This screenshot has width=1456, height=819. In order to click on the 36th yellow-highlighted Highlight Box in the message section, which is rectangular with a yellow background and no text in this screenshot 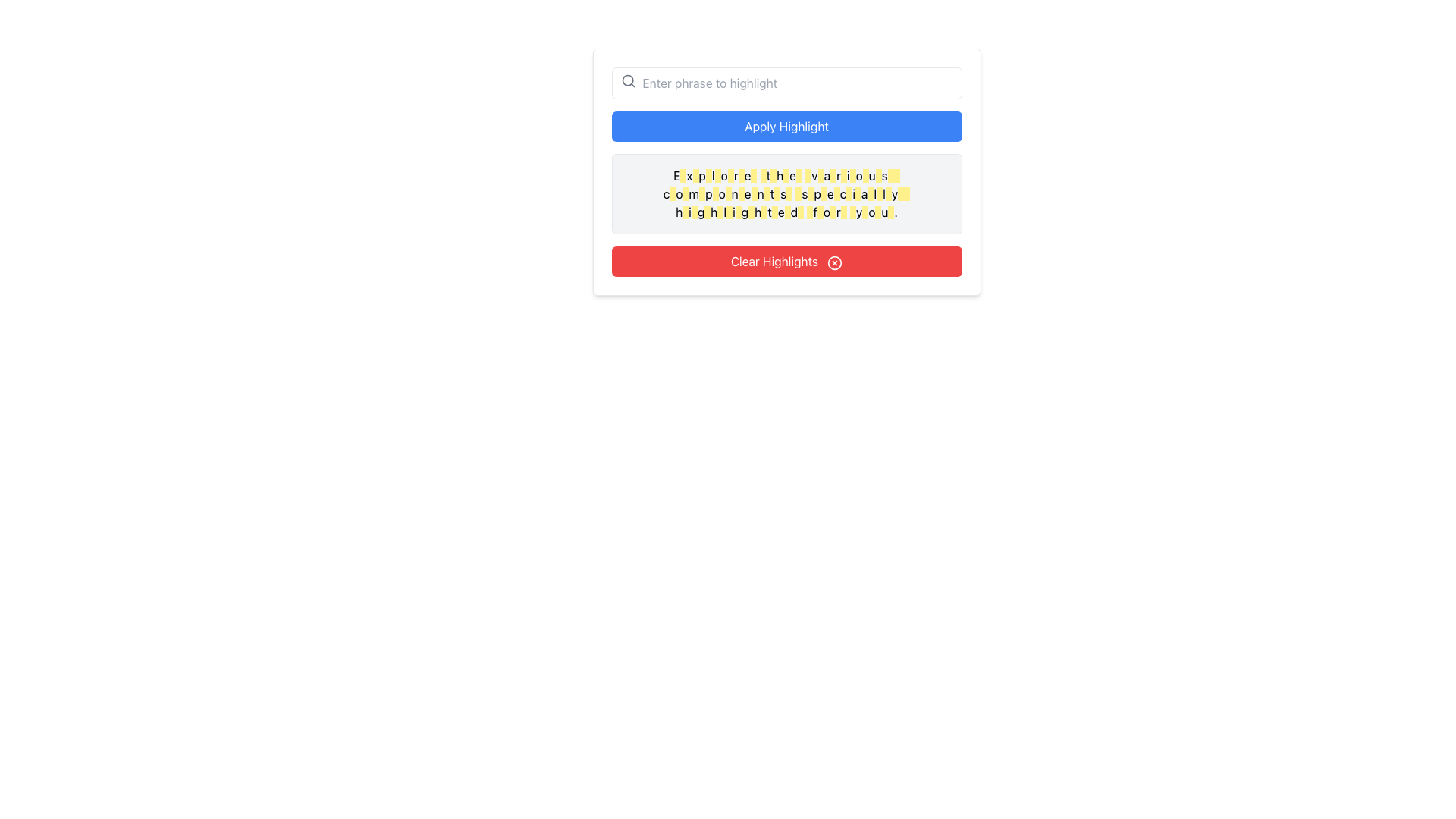, I will do `click(880, 193)`.